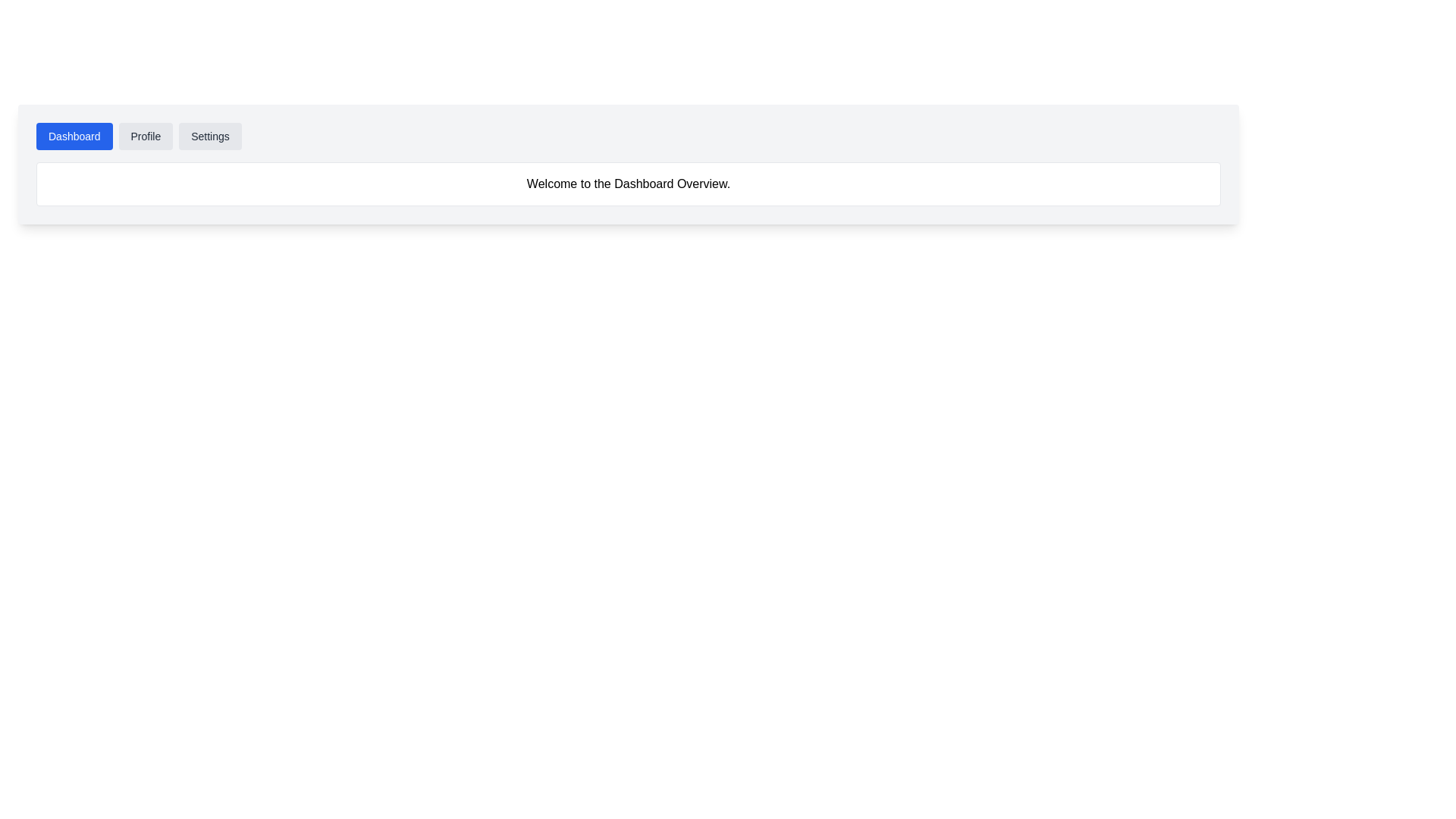 Image resolution: width=1456 pixels, height=819 pixels. Describe the element at coordinates (146, 136) in the screenshot. I see `the tab labeled Profile to view its content` at that location.